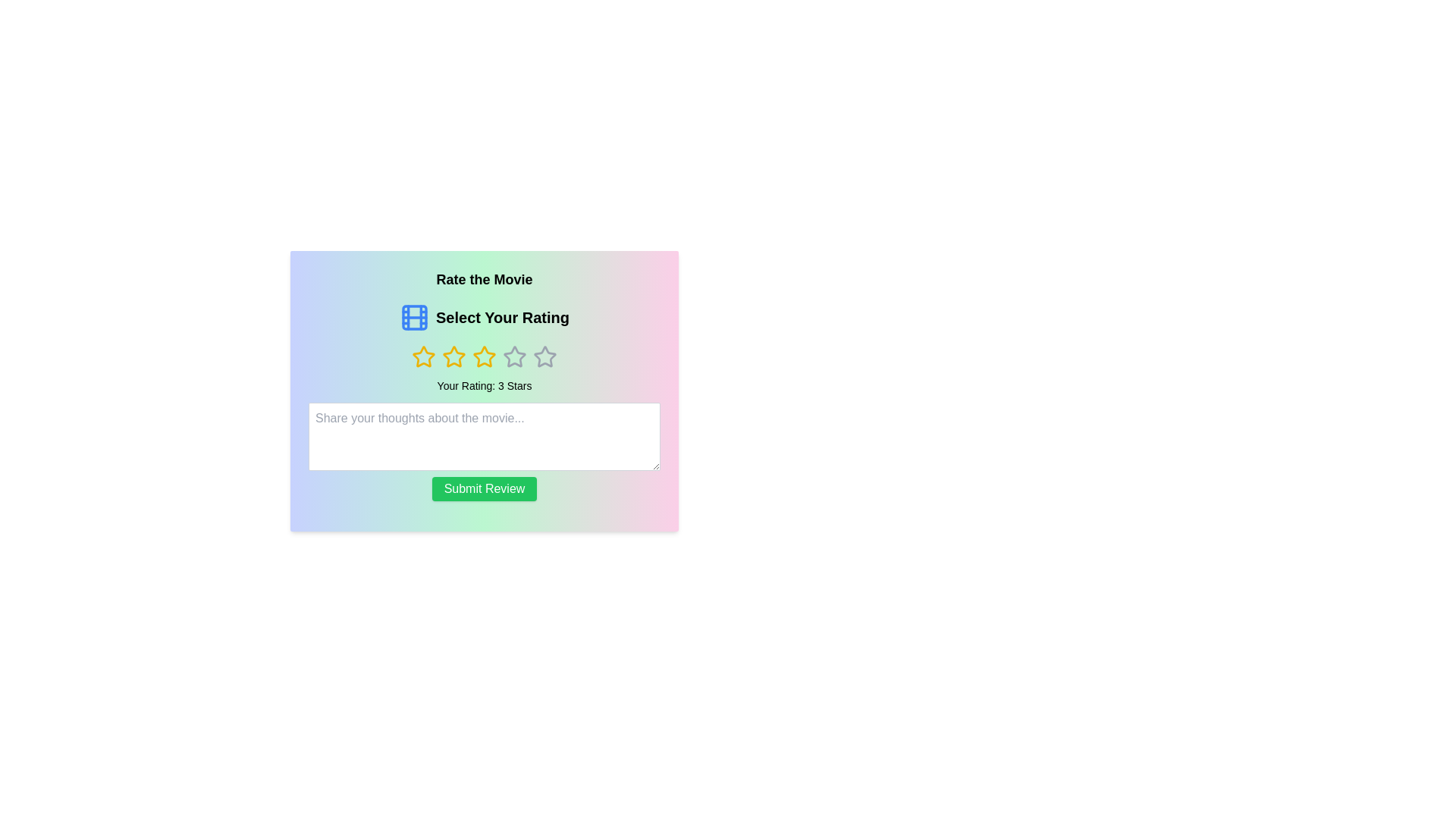  Describe the element at coordinates (483, 280) in the screenshot. I see `the header text element that introduces the user to the movie rating section, which is located at the top of its gradient-colored card and above the 'Select Your Rating' text` at that location.